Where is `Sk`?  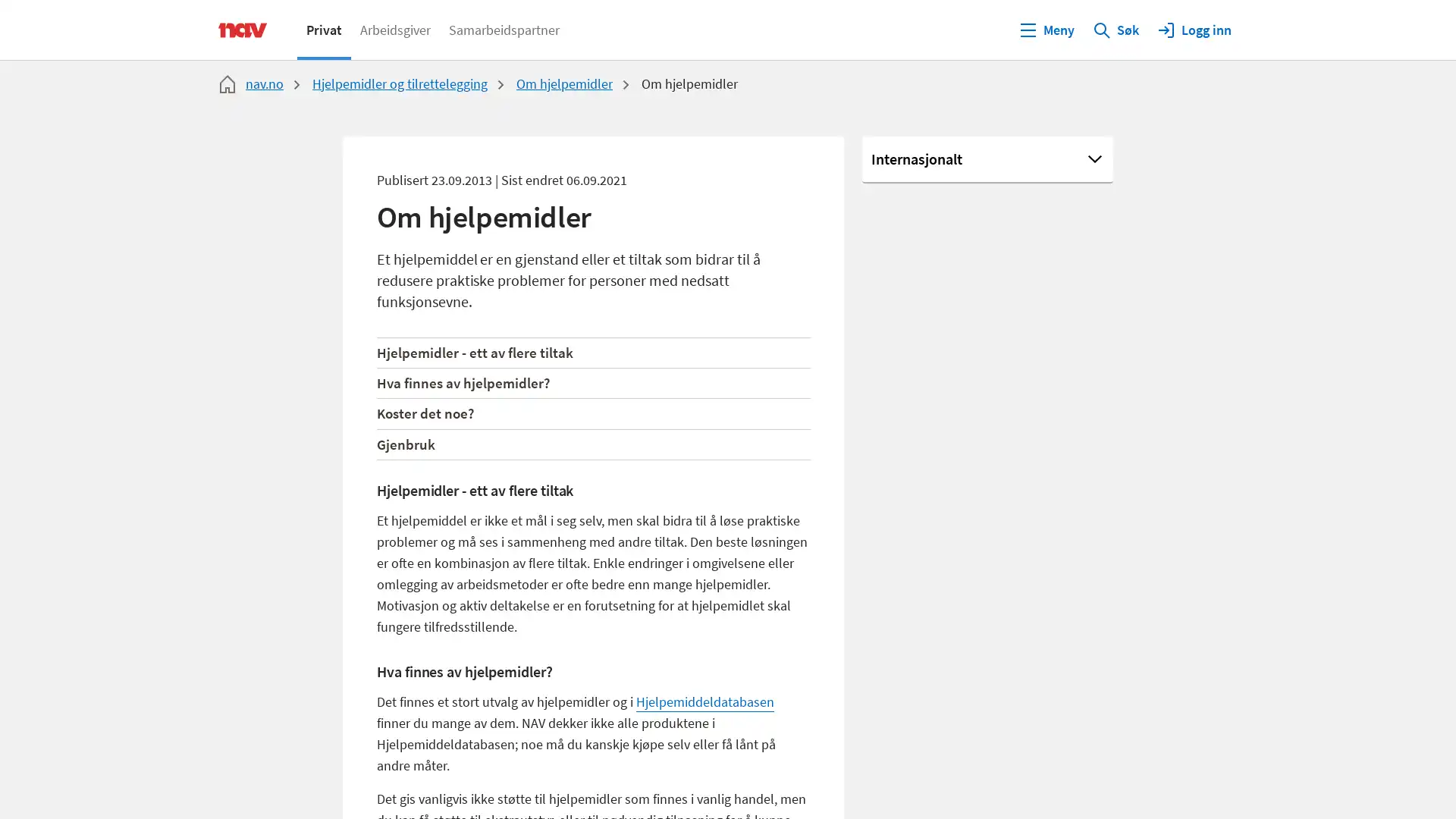 Sk is located at coordinates (1116, 29).